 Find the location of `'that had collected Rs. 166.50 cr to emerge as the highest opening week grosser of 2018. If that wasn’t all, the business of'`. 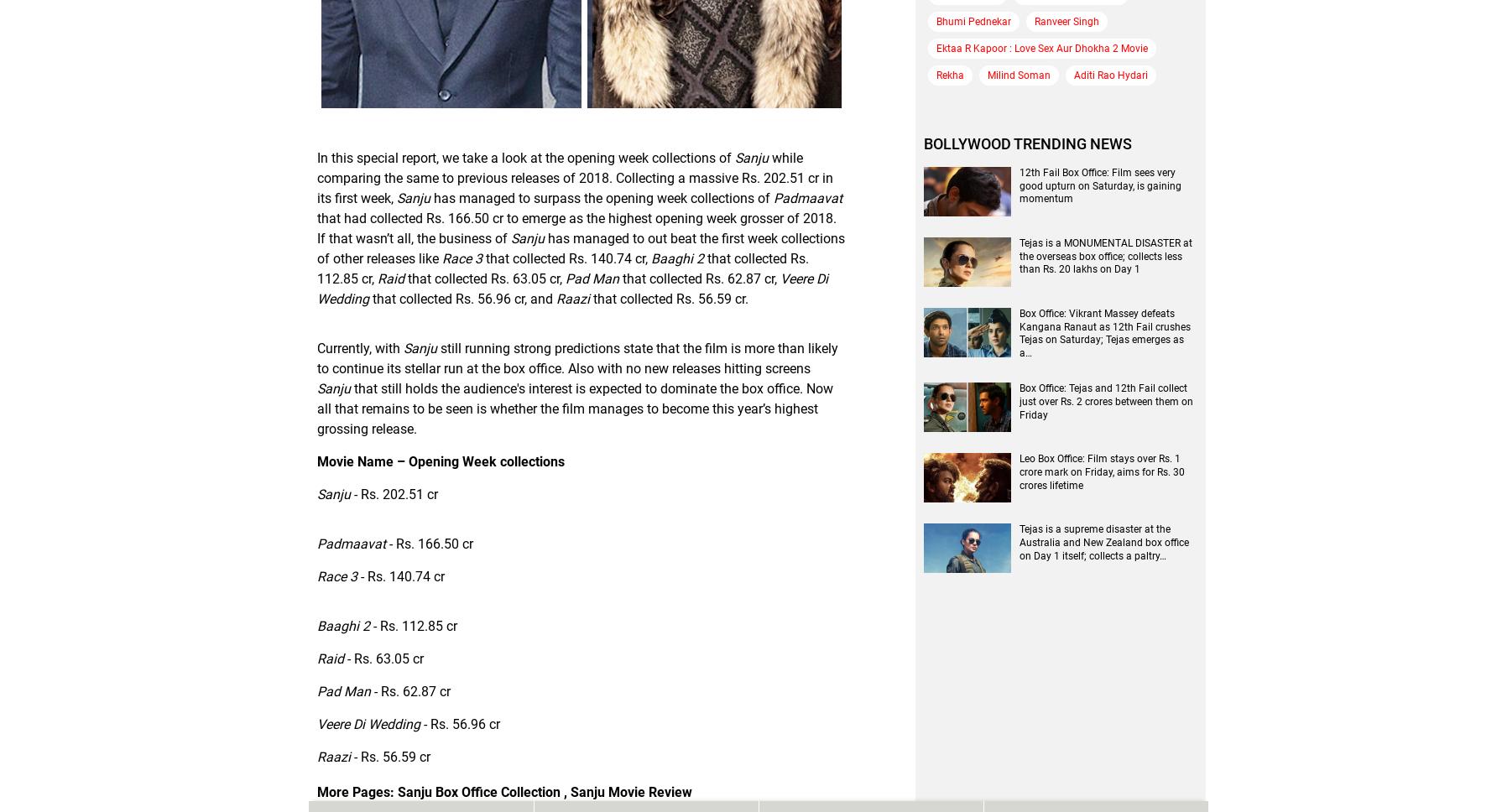

'that had collected Rs. 166.50 cr to emerge as the highest opening week grosser of 2018. If that wasn’t all, the business of' is located at coordinates (576, 228).